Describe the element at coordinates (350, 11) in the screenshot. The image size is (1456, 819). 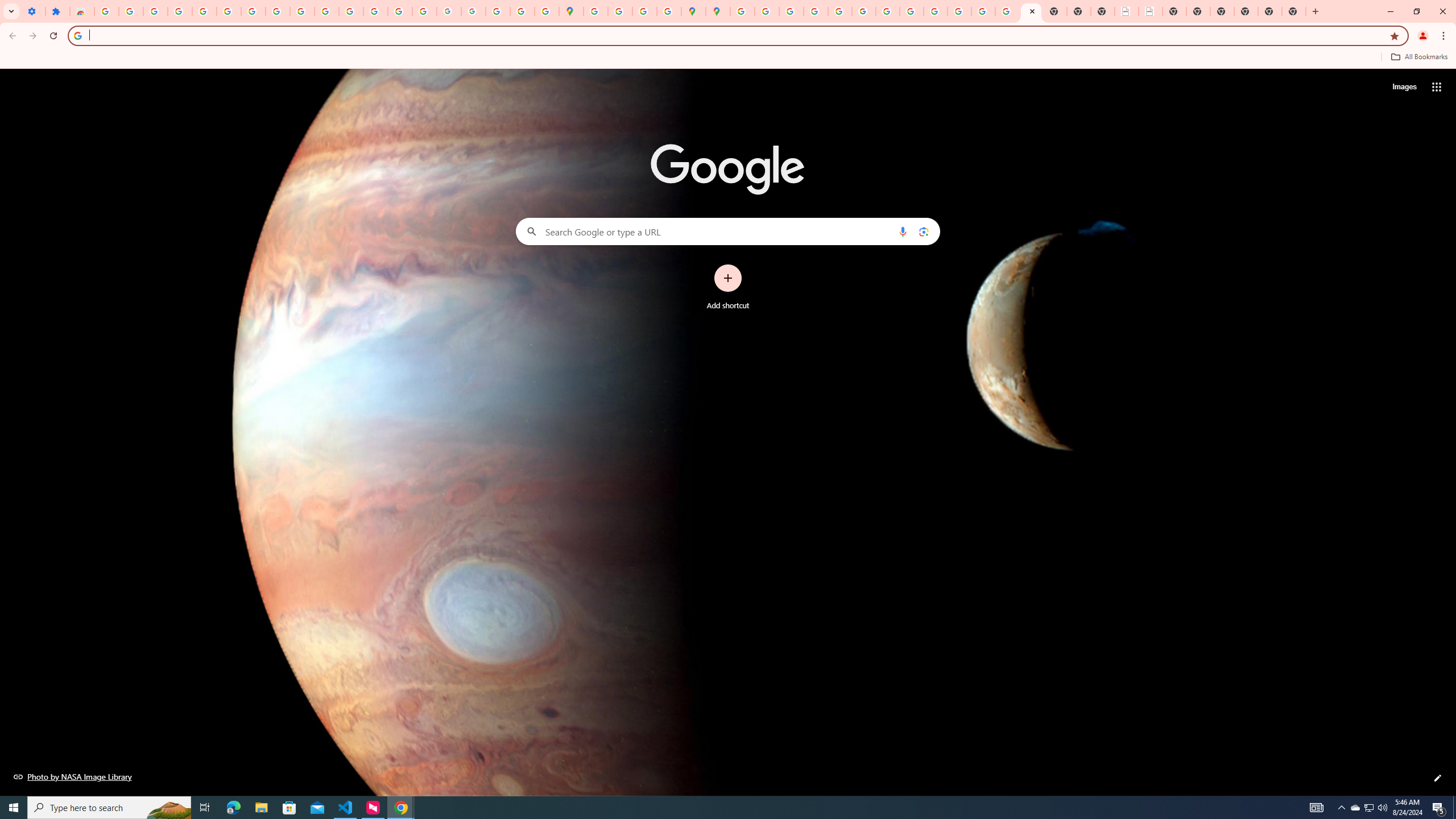
I see `'https://scholar.google.com/'` at that location.